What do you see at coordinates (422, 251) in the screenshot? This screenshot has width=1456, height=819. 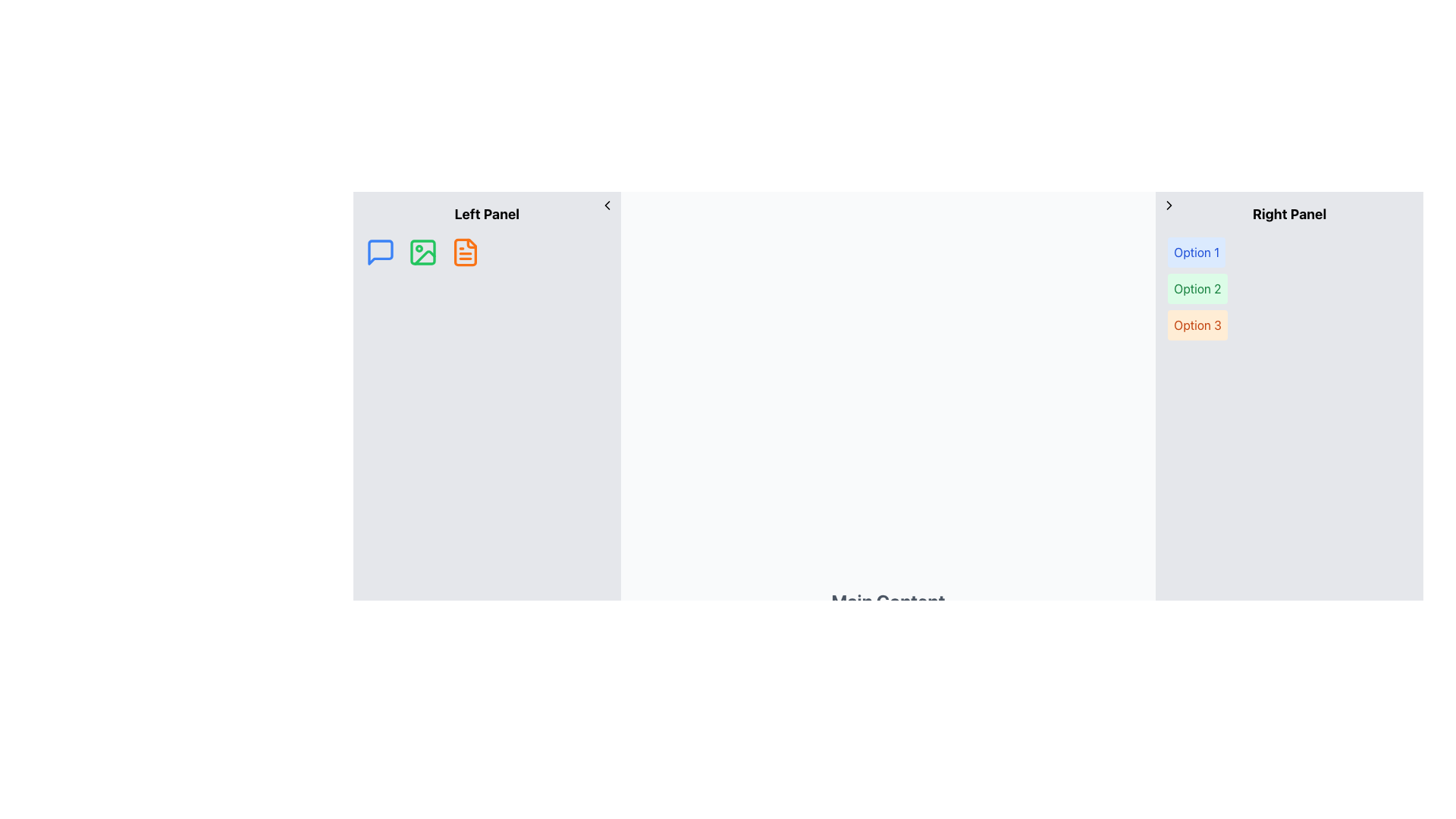 I see `the green-themed image icon represented by the SVG rectangle with rounded corners located in the left panel of the interface` at bounding box center [422, 251].